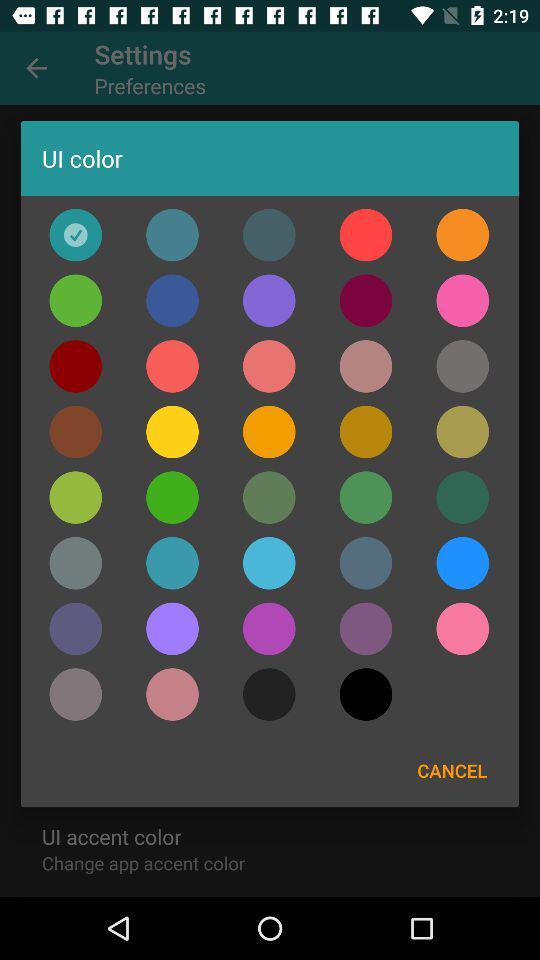 This screenshot has width=540, height=960. What do you see at coordinates (269, 563) in the screenshot?
I see `press light blue circle` at bounding box center [269, 563].